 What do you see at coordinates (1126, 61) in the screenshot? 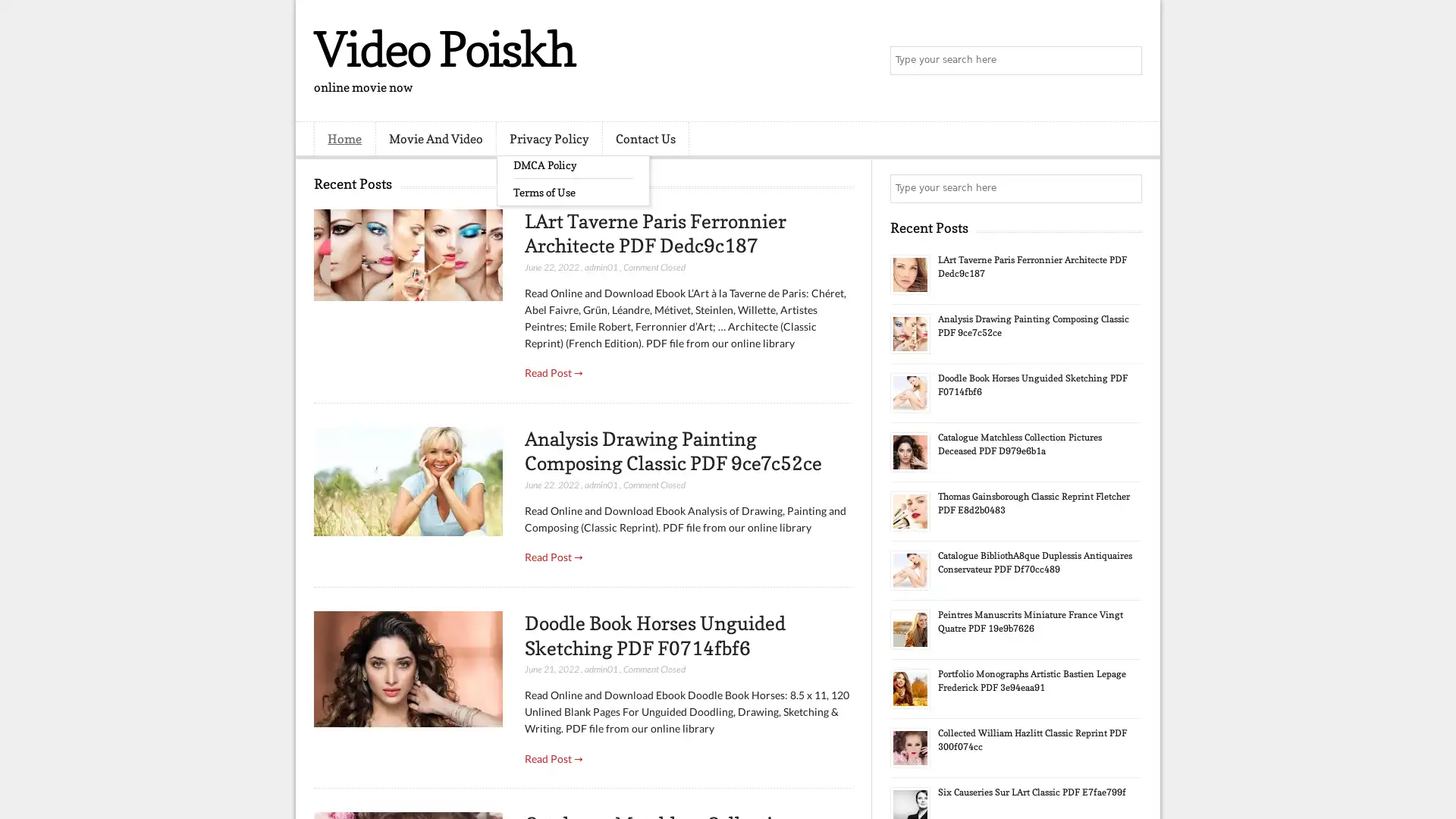
I see `Search` at bounding box center [1126, 61].